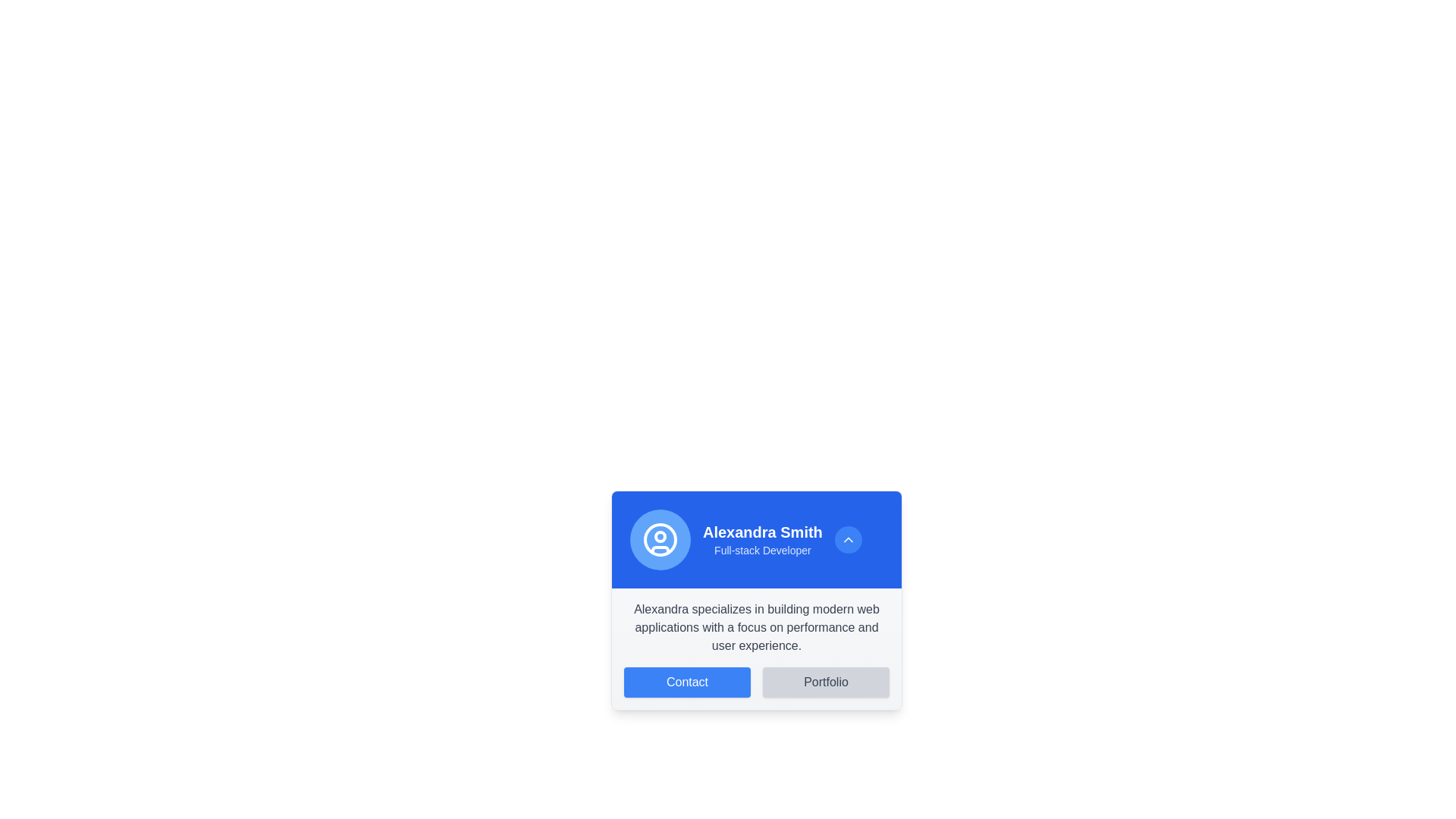 The height and width of the screenshot is (819, 1456). Describe the element at coordinates (762, 550) in the screenshot. I see `text content of the subtitle label describing the professional position of 'Alexandra Smith', which is located below the main text in a blue card component` at that location.